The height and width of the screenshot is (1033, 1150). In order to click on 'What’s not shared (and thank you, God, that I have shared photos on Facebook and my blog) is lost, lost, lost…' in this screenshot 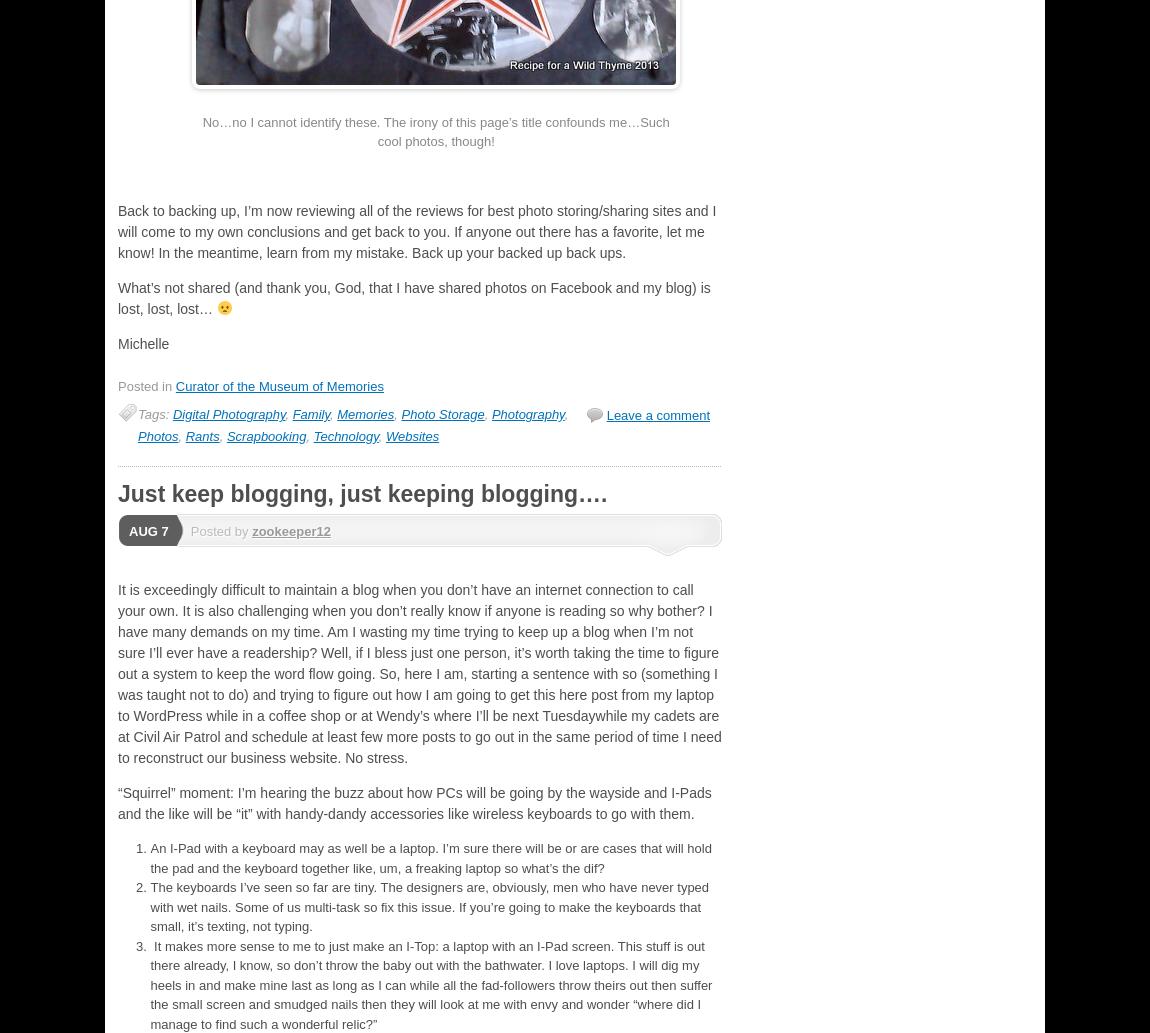, I will do `click(414, 296)`.